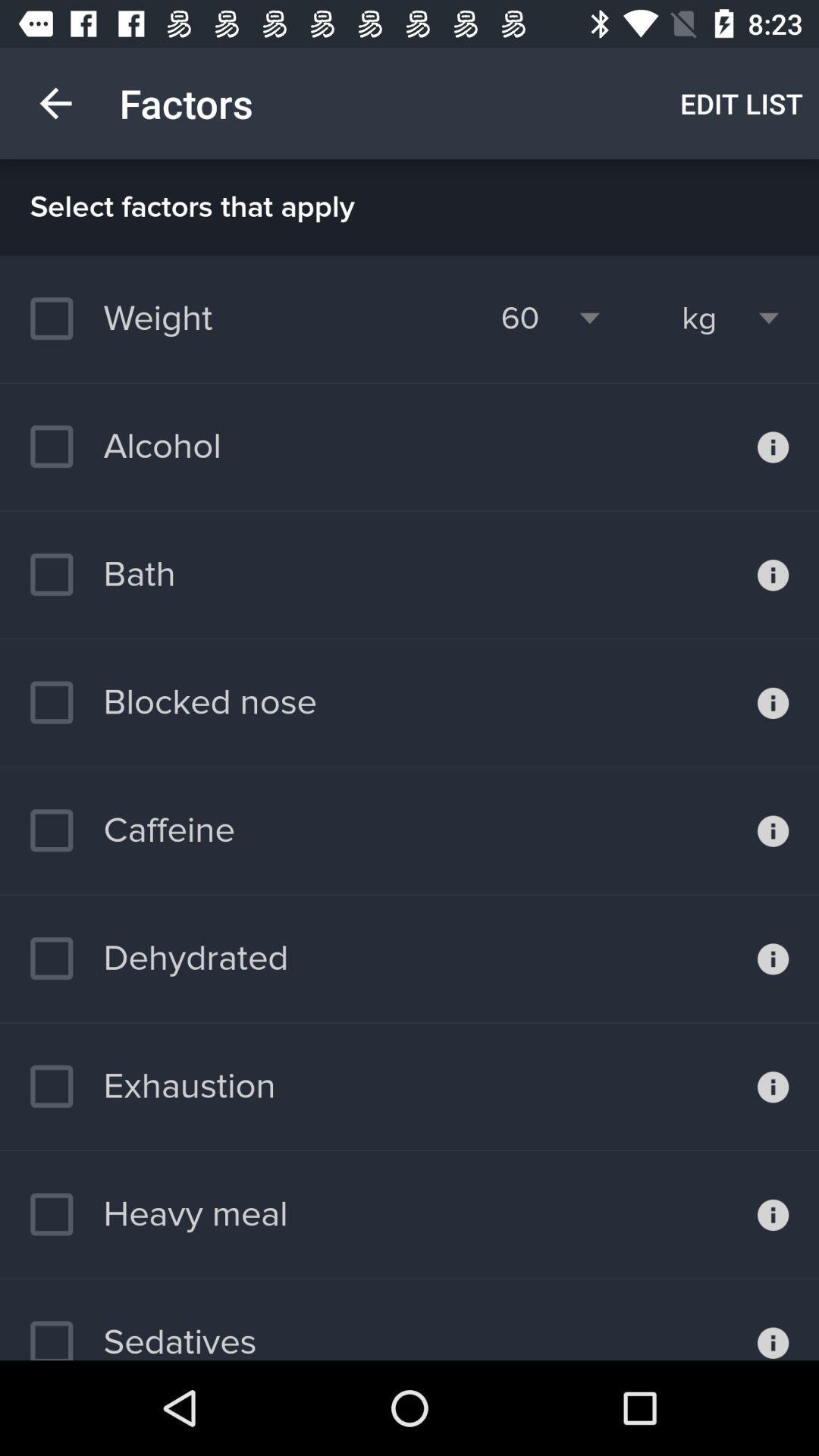 The width and height of the screenshot is (819, 1456). I want to click on the icon to the left of the factors, so click(55, 102).